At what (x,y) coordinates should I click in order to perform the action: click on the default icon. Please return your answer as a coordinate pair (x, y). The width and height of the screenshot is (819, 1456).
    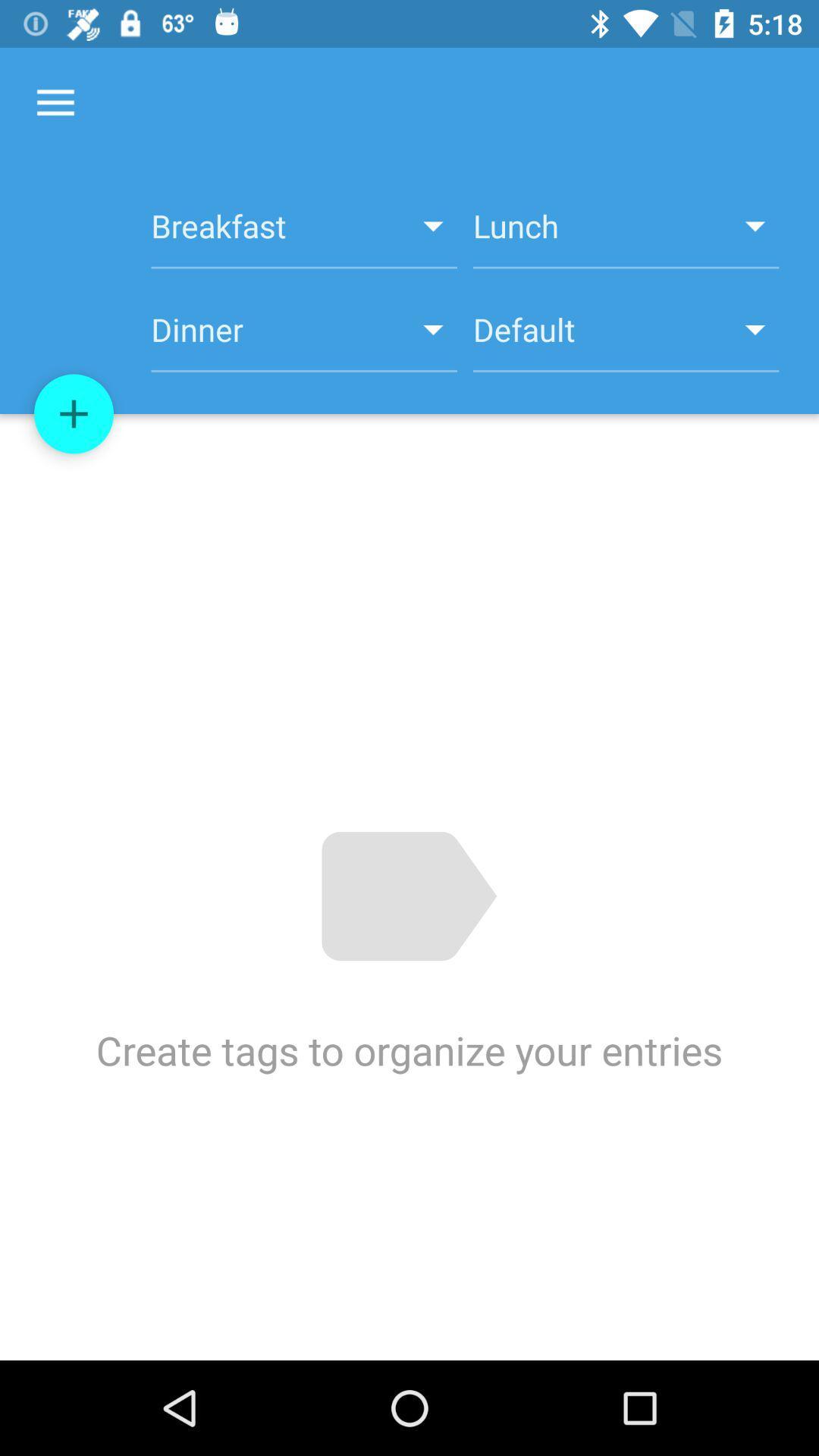
    Looking at the image, I should click on (626, 337).